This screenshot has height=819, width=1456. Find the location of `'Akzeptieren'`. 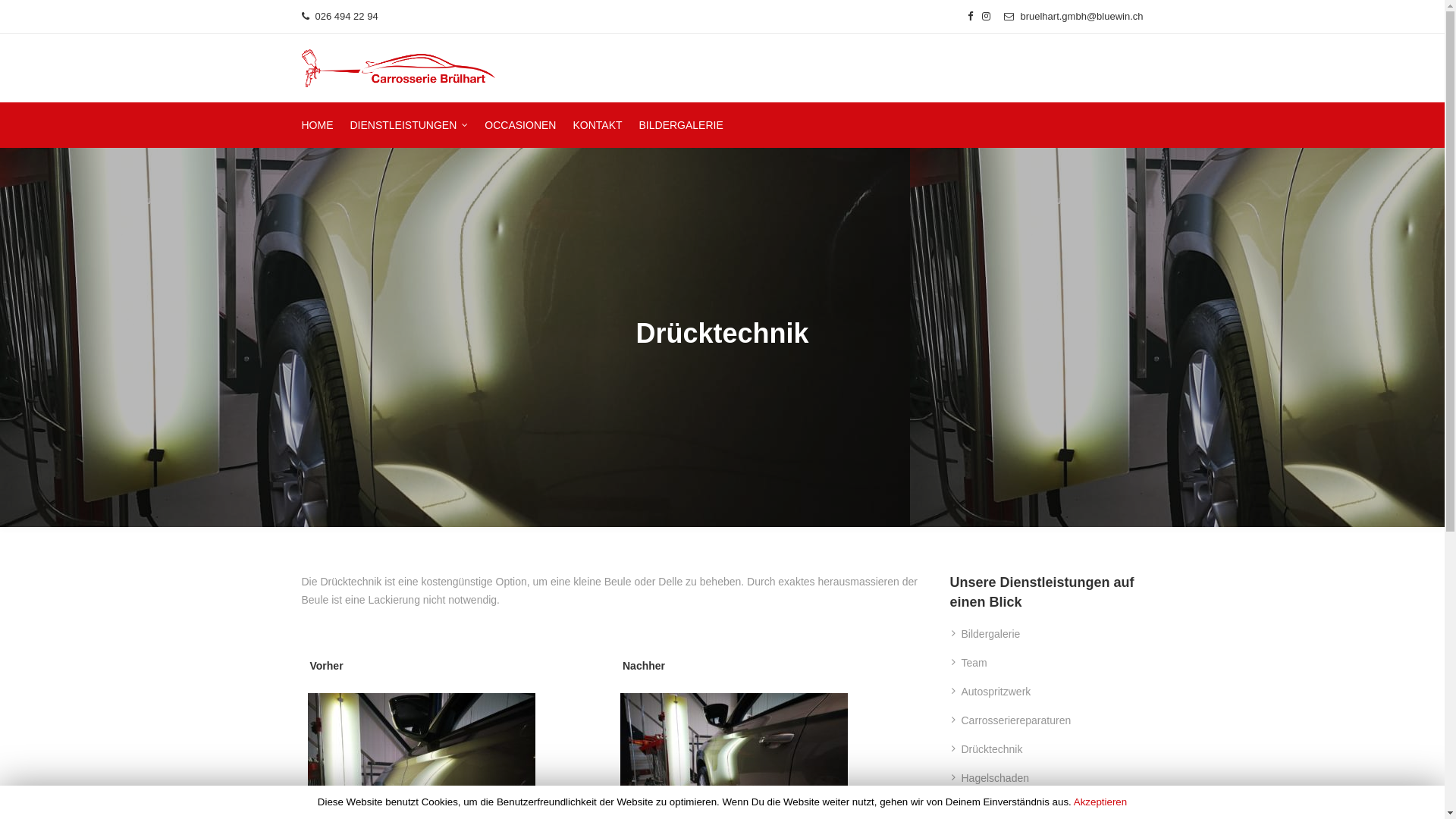

'Akzeptieren' is located at coordinates (1100, 801).